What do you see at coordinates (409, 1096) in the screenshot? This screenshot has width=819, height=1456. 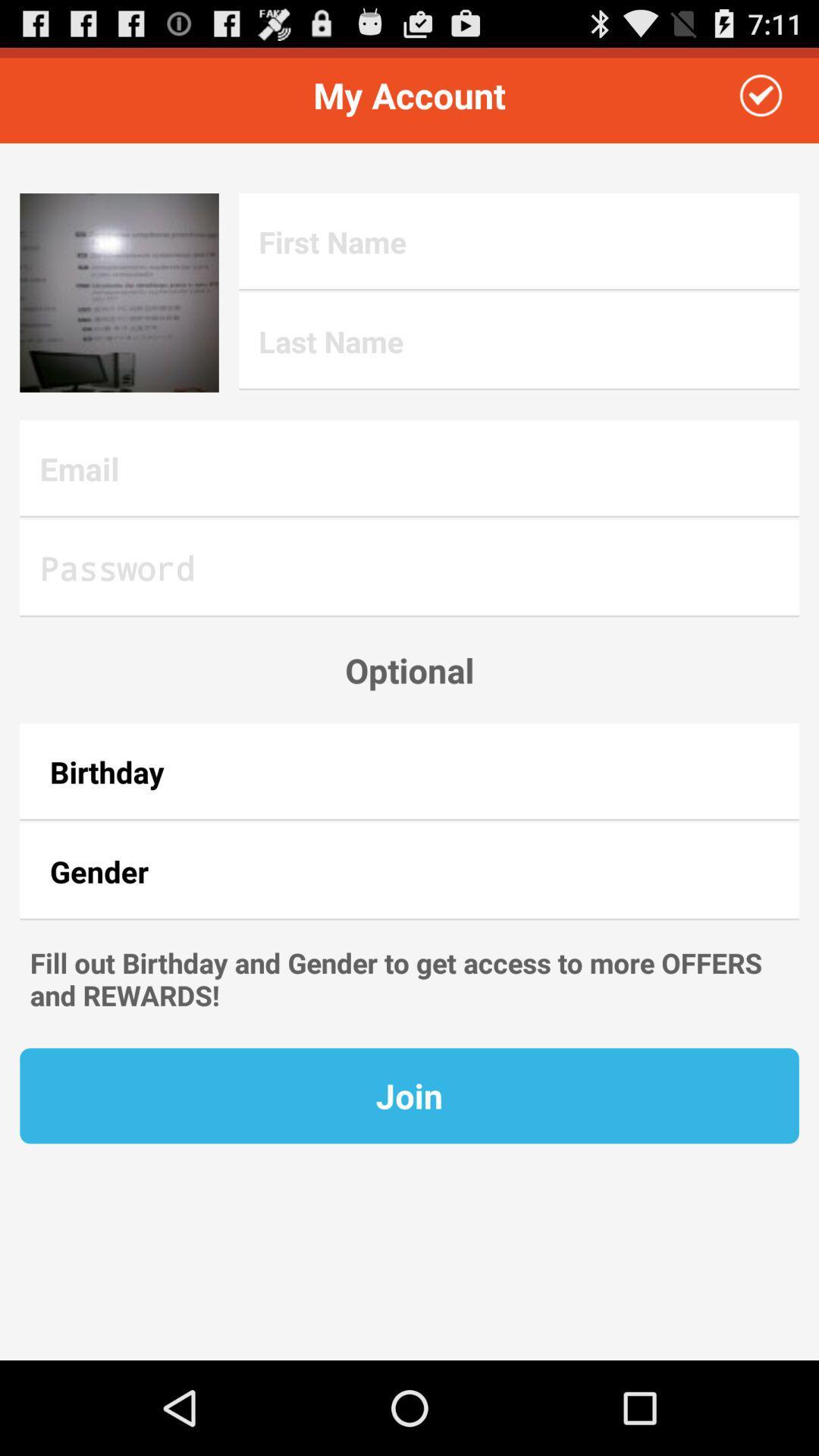 I see `the app below the fill out birthday app` at bounding box center [409, 1096].